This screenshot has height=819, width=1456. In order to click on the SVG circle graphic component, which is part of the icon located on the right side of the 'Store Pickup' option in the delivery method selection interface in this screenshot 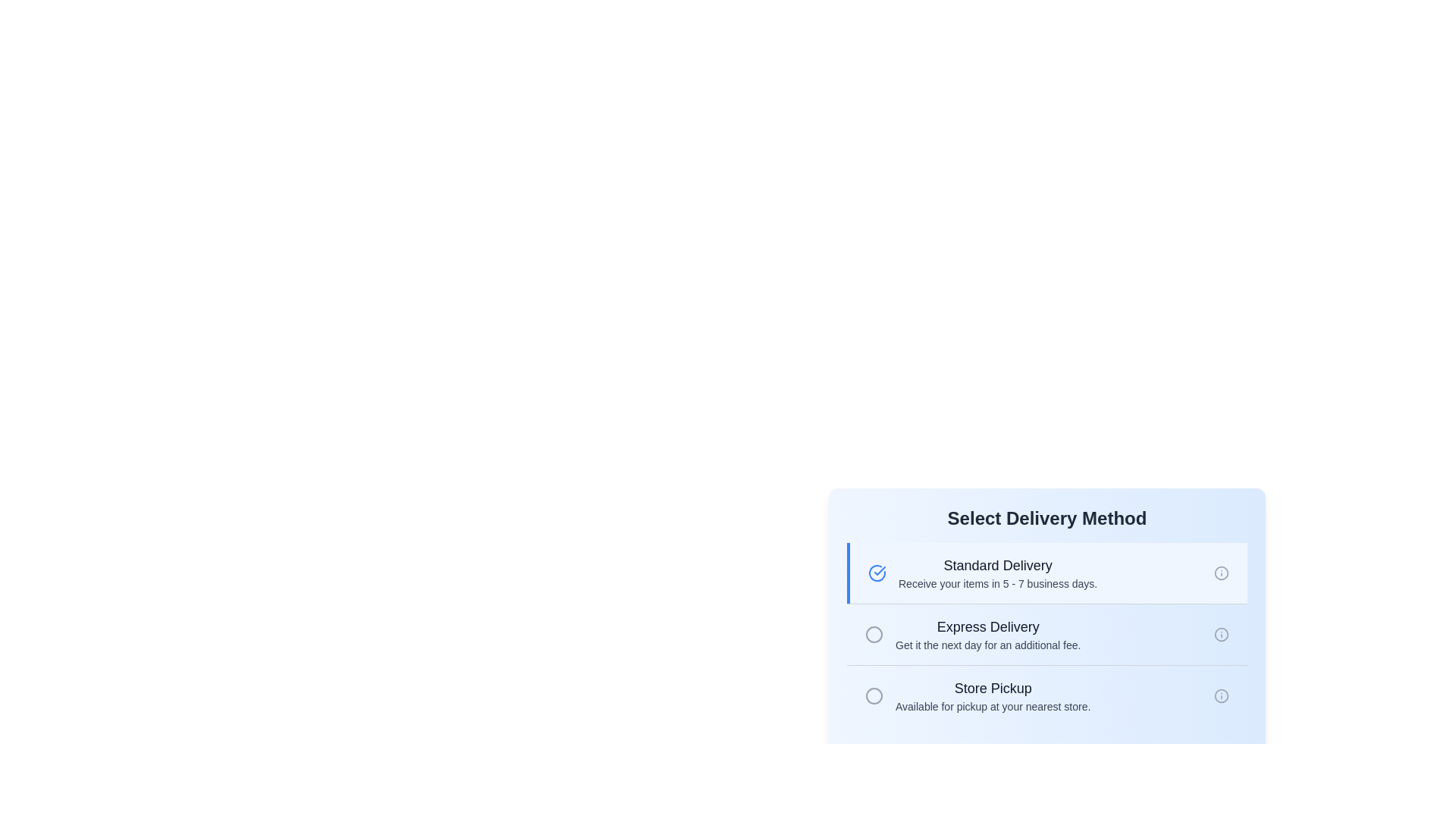, I will do `click(1222, 696)`.